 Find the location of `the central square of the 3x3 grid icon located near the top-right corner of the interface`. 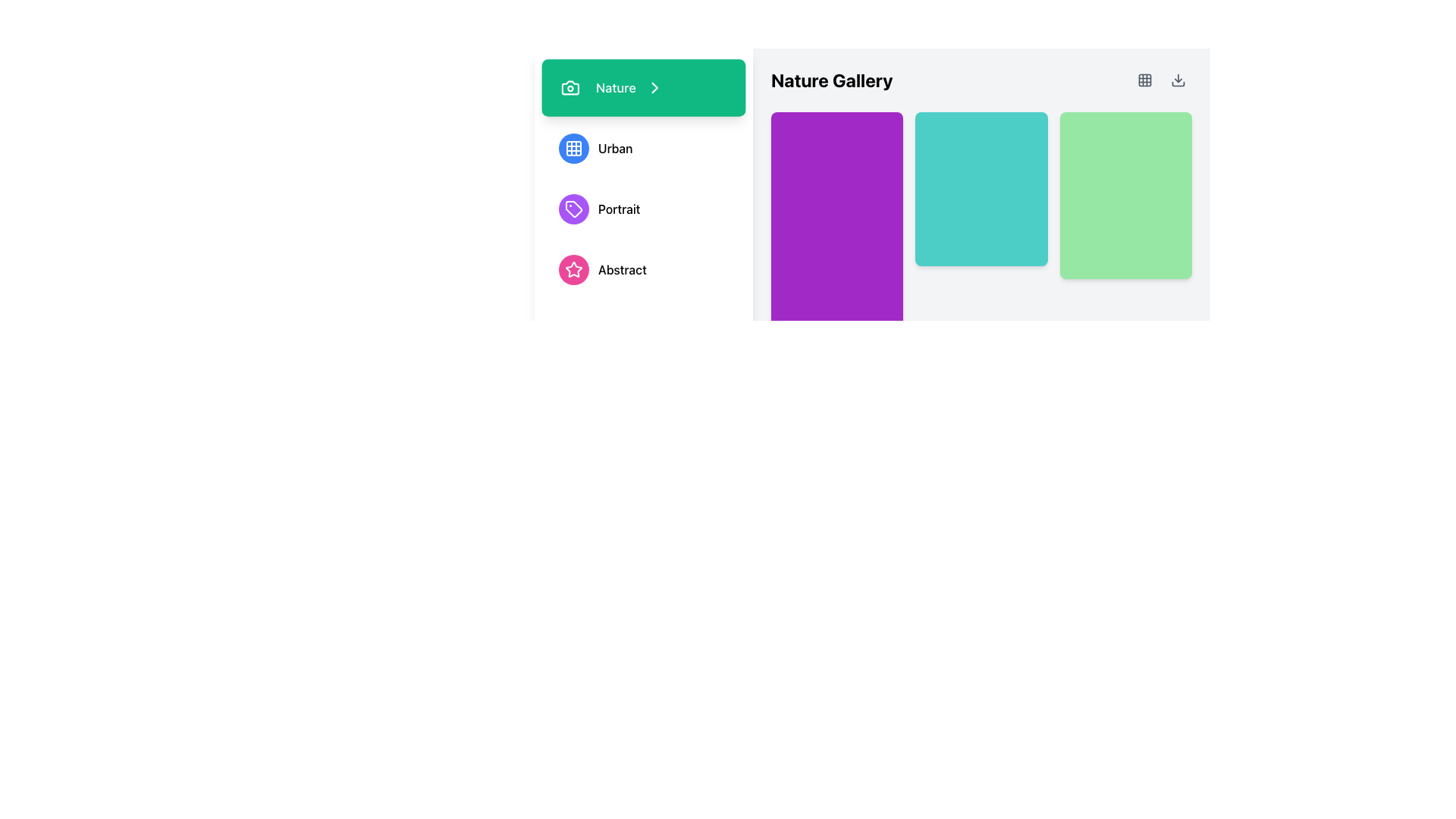

the central square of the 3x3 grid icon located near the top-right corner of the interface is located at coordinates (1145, 80).